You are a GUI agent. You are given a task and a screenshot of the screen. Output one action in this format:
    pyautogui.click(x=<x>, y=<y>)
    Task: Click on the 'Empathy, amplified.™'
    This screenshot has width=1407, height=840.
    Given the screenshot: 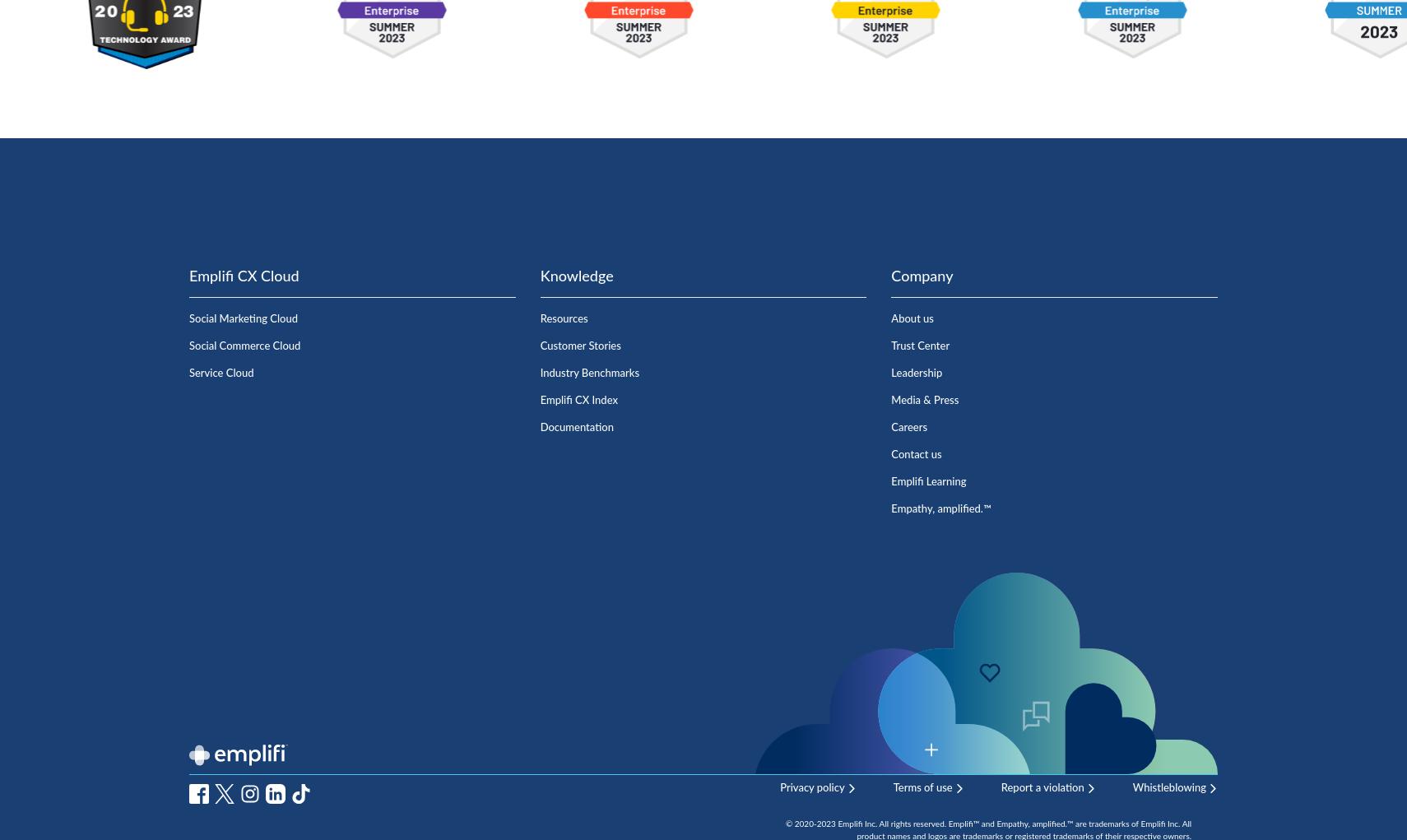 What is the action you would take?
    pyautogui.click(x=940, y=508)
    